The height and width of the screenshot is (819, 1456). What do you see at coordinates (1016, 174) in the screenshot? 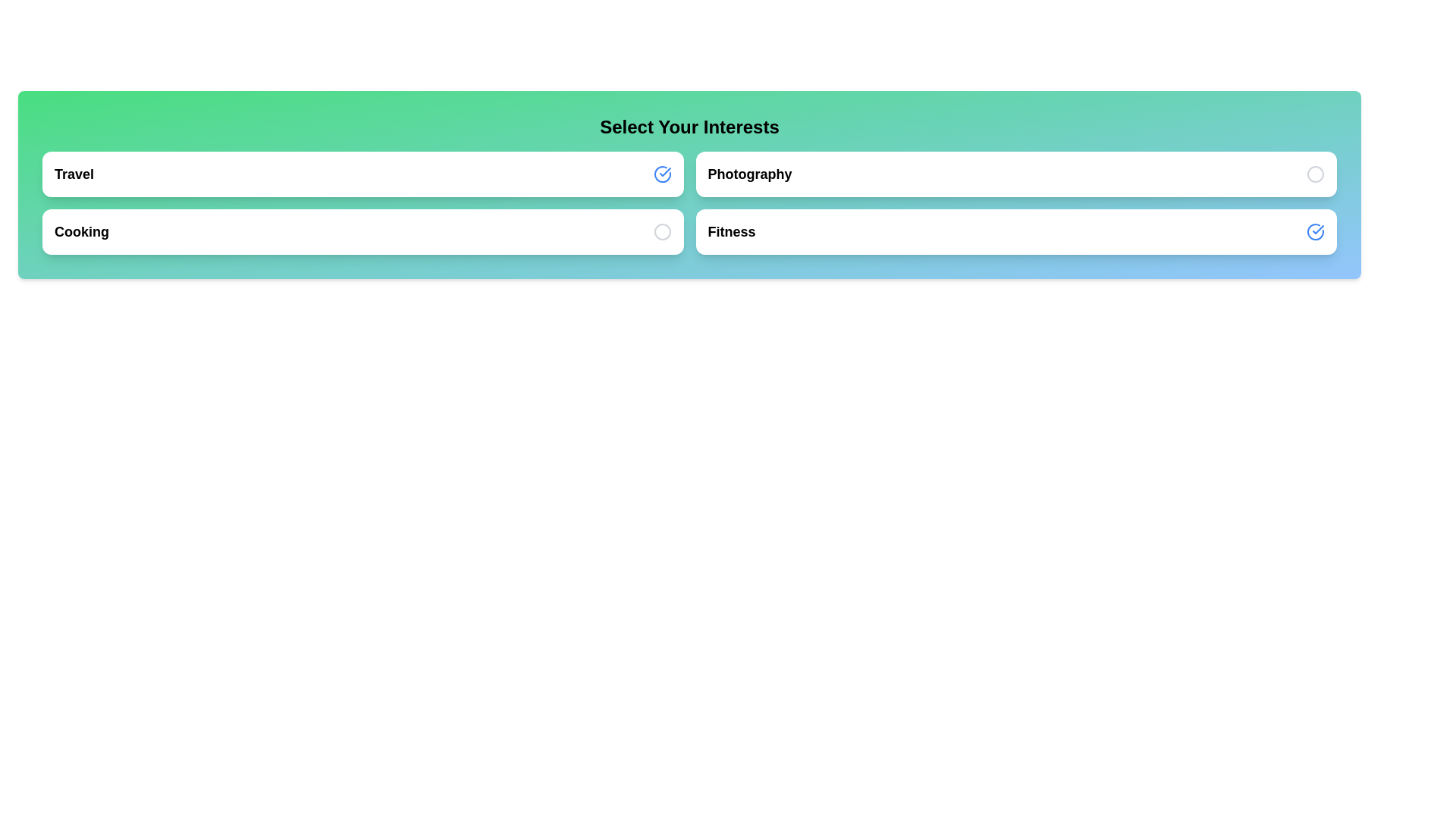
I see `the interest item labeled 'Photography' to toggle its selection state` at bounding box center [1016, 174].